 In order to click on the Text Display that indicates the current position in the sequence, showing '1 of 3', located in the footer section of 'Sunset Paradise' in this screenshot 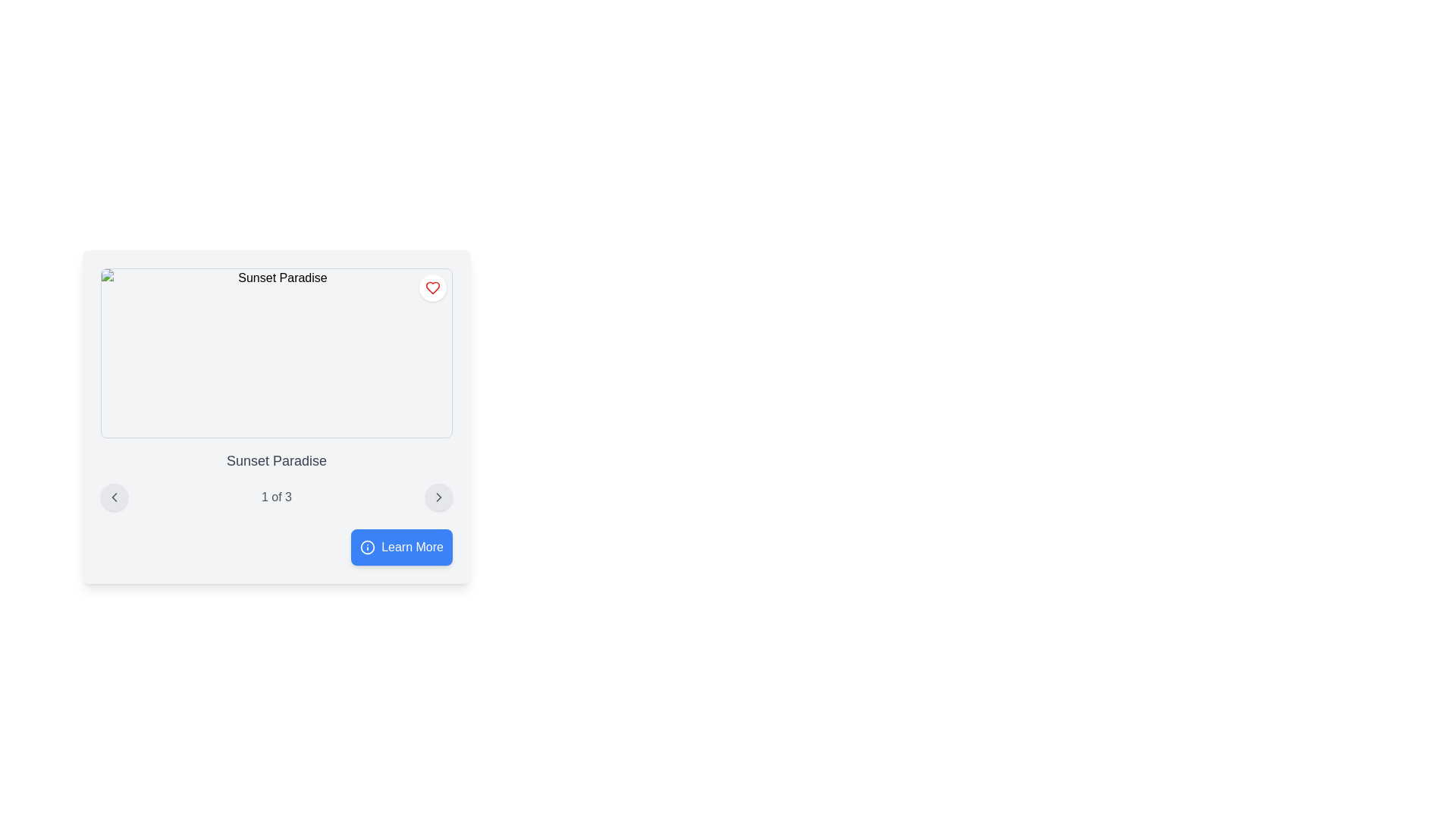, I will do `click(276, 497)`.